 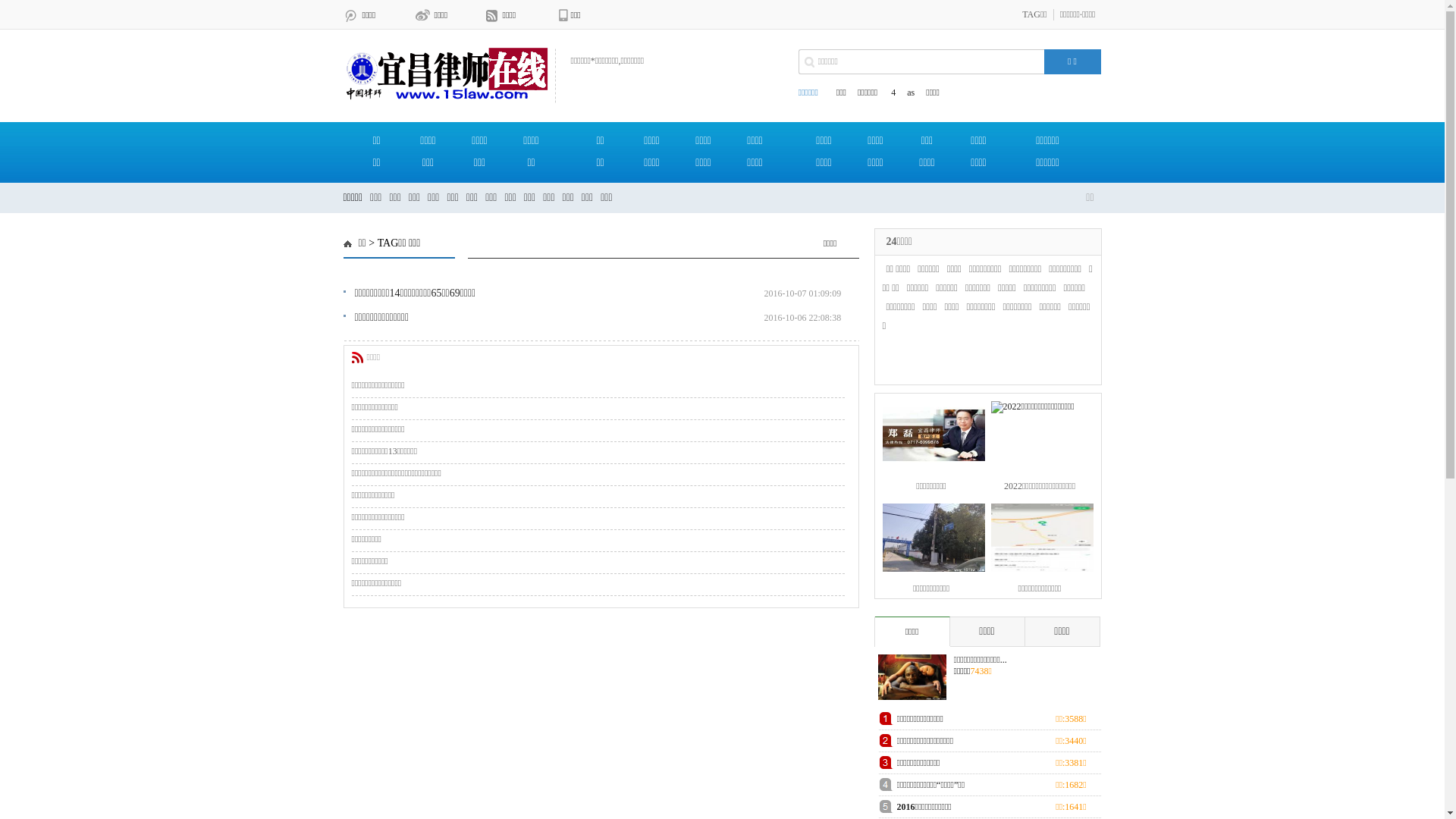 What do you see at coordinates (892, 93) in the screenshot?
I see `'4'` at bounding box center [892, 93].